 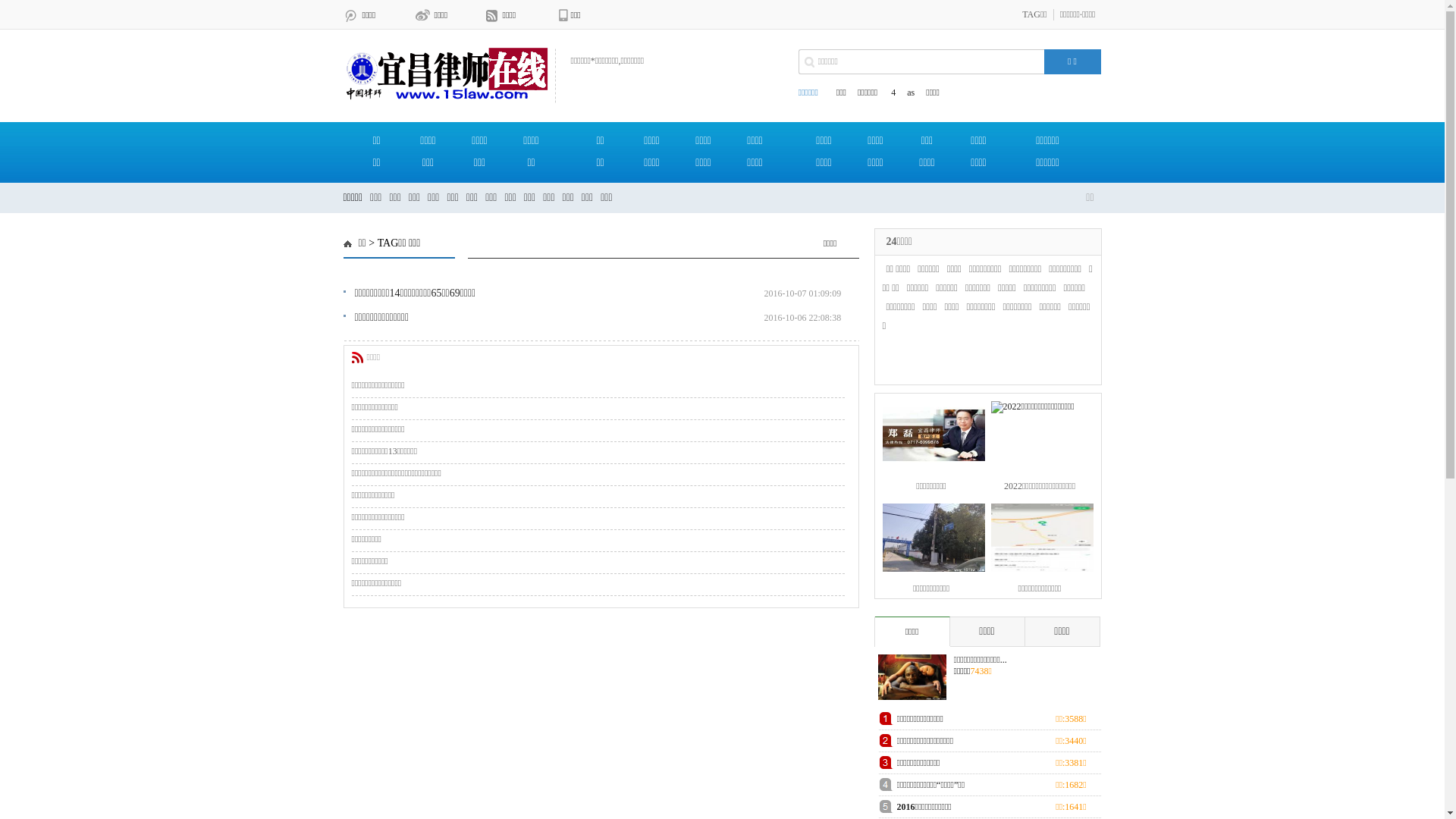 What do you see at coordinates (892, 93) in the screenshot?
I see `'4'` at bounding box center [892, 93].